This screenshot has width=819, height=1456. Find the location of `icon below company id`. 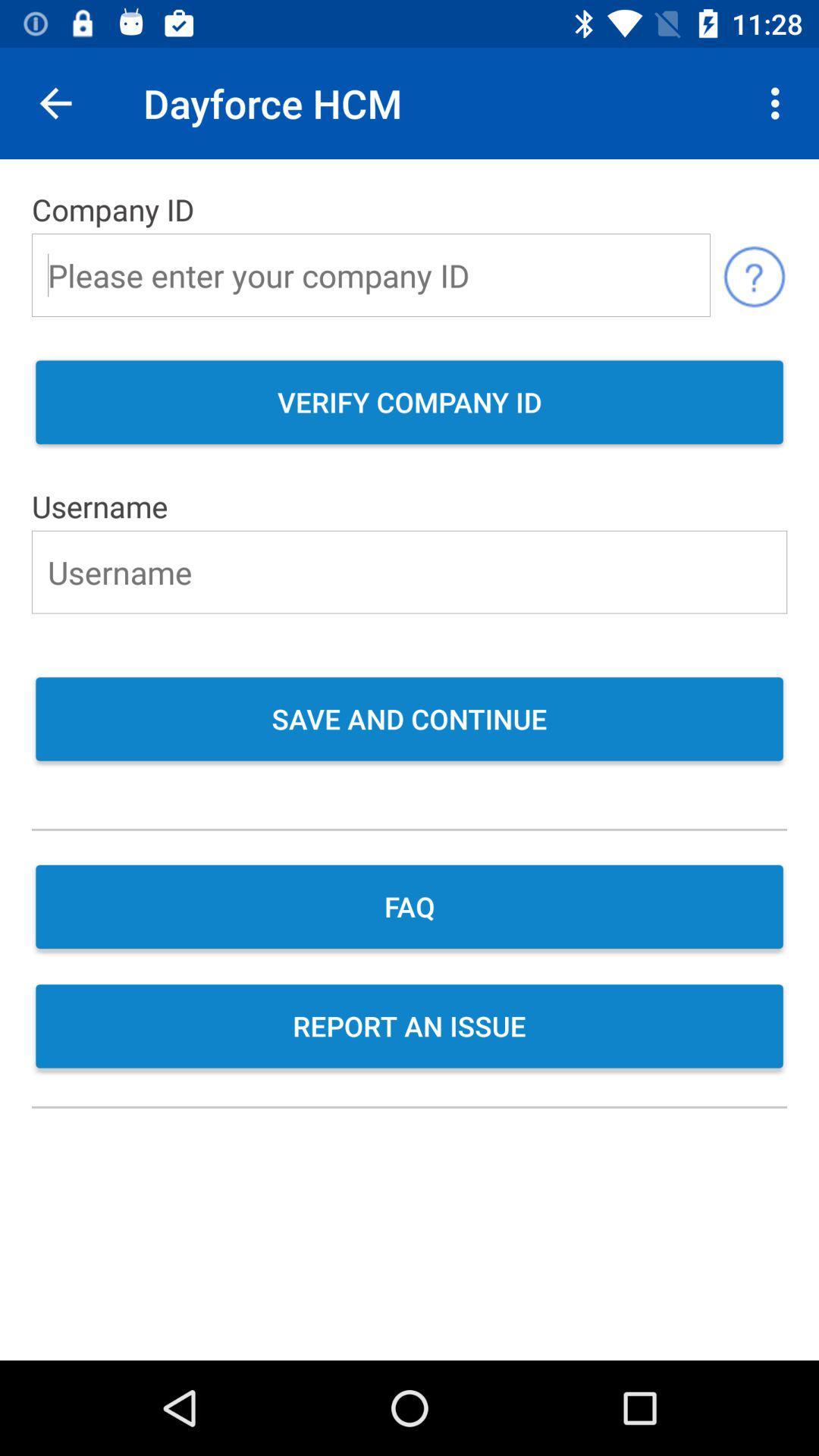

icon below company id is located at coordinates (754, 275).